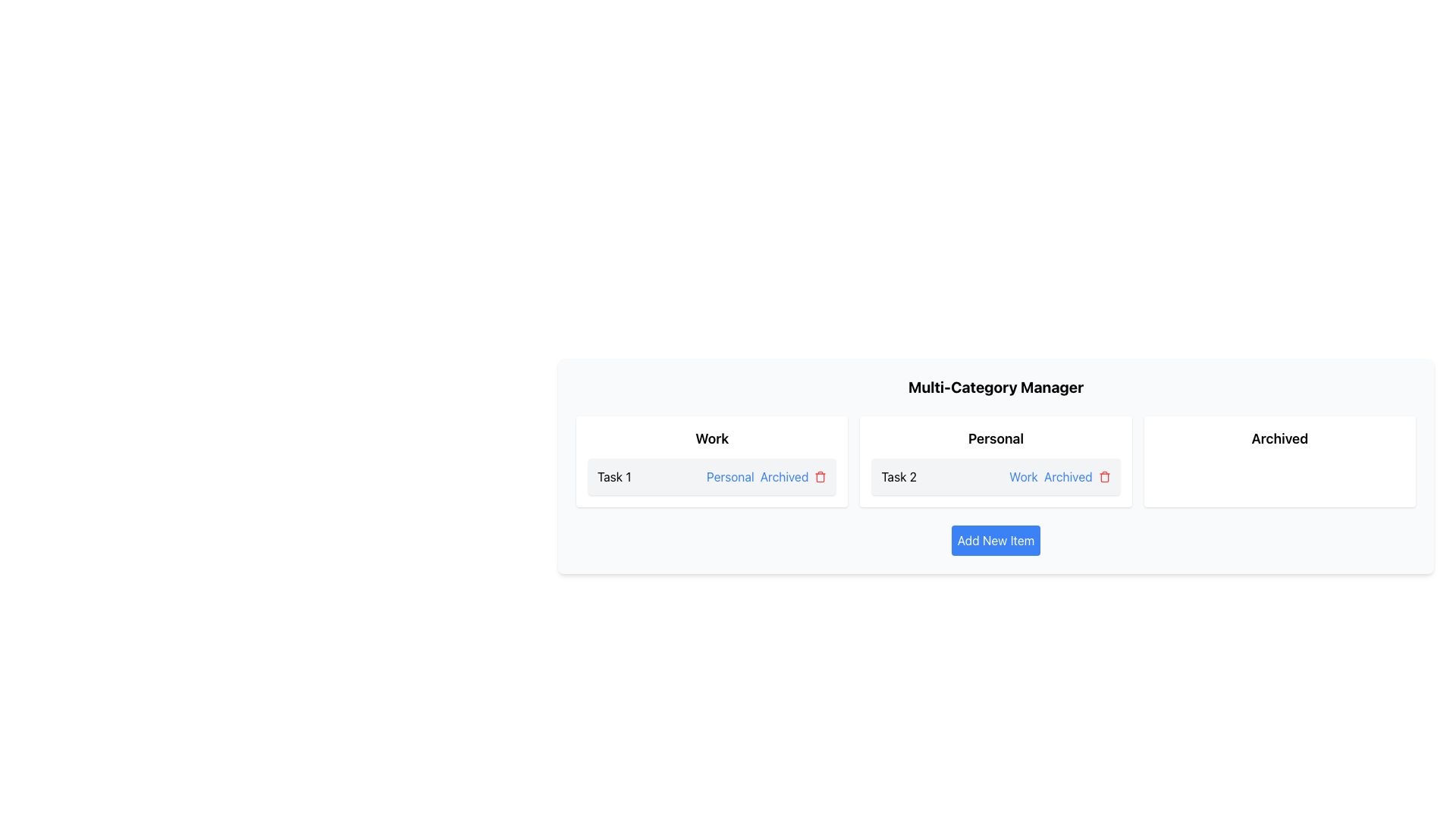 This screenshot has height=819, width=1456. What do you see at coordinates (996, 540) in the screenshot?
I see `the button for adding new items located in the 'Multi-Category Manager' section` at bounding box center [996, 540].